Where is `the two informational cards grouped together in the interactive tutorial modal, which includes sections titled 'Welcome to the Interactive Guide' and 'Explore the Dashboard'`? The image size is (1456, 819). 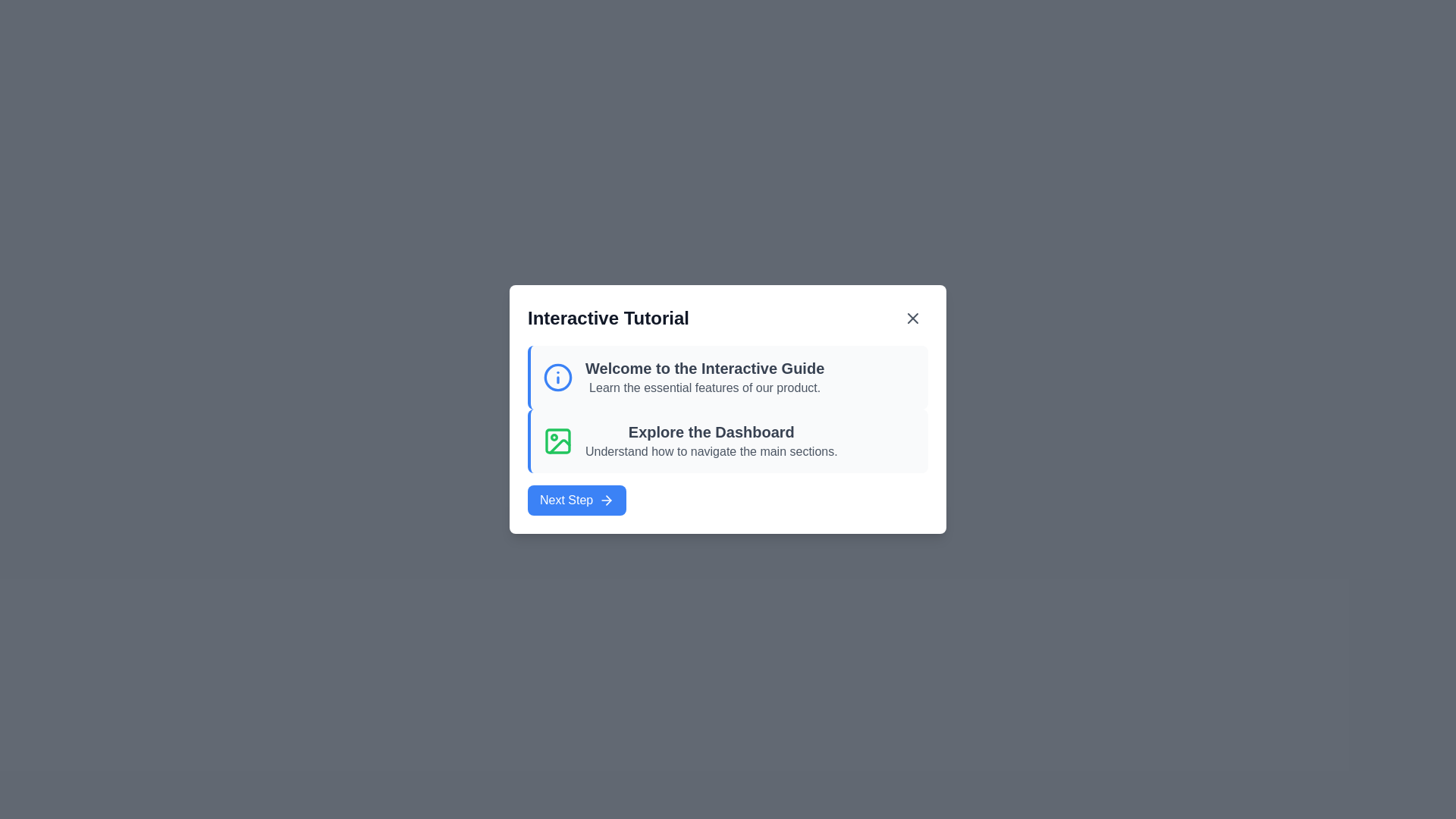
the two informational cards grouped together in the interactive tutorial modal, which includes sections titled 'Welcome to the Interactive Guide' and 'Explore the Dashboard' is located at coordinates (728, 409).